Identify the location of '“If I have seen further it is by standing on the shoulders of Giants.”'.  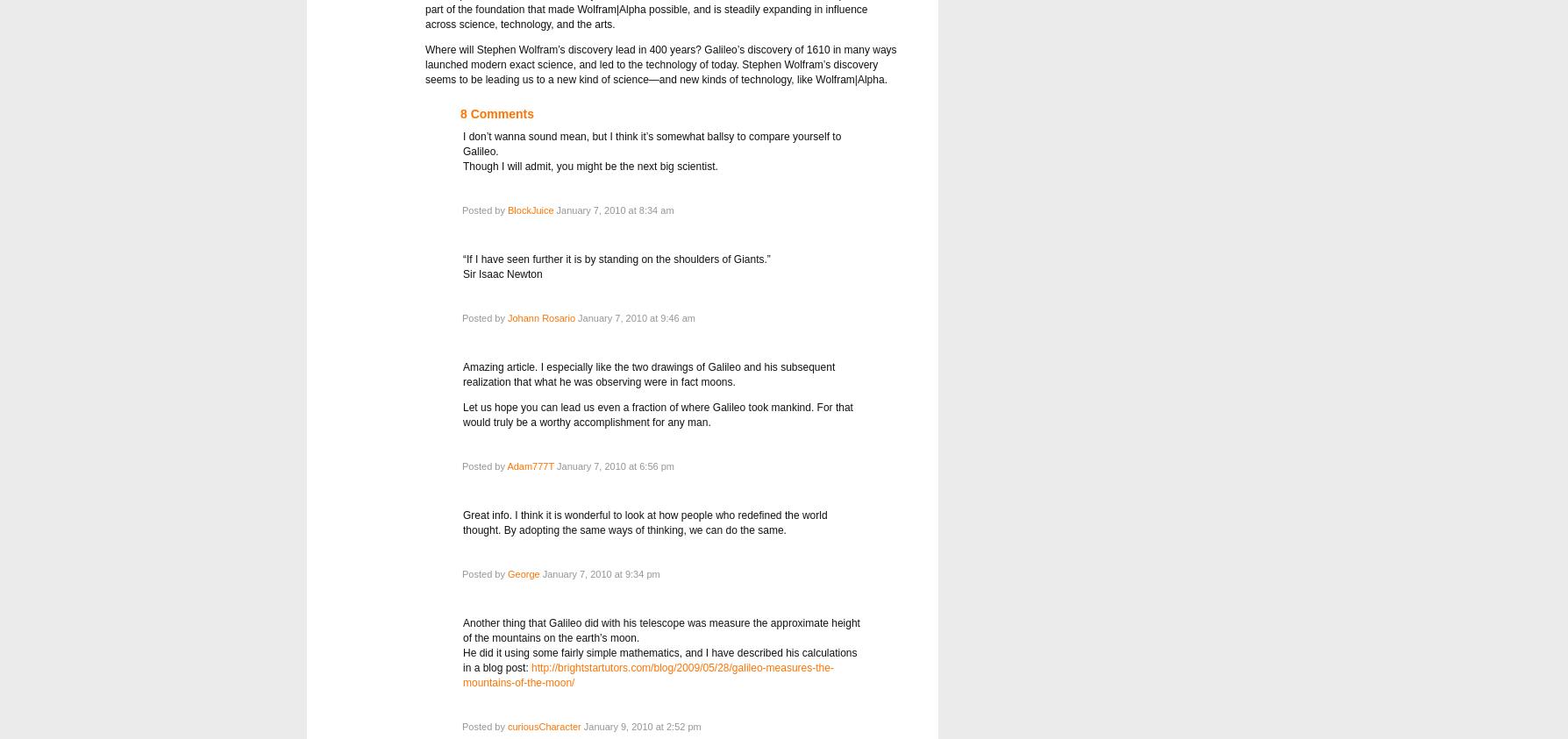
(616, 258).